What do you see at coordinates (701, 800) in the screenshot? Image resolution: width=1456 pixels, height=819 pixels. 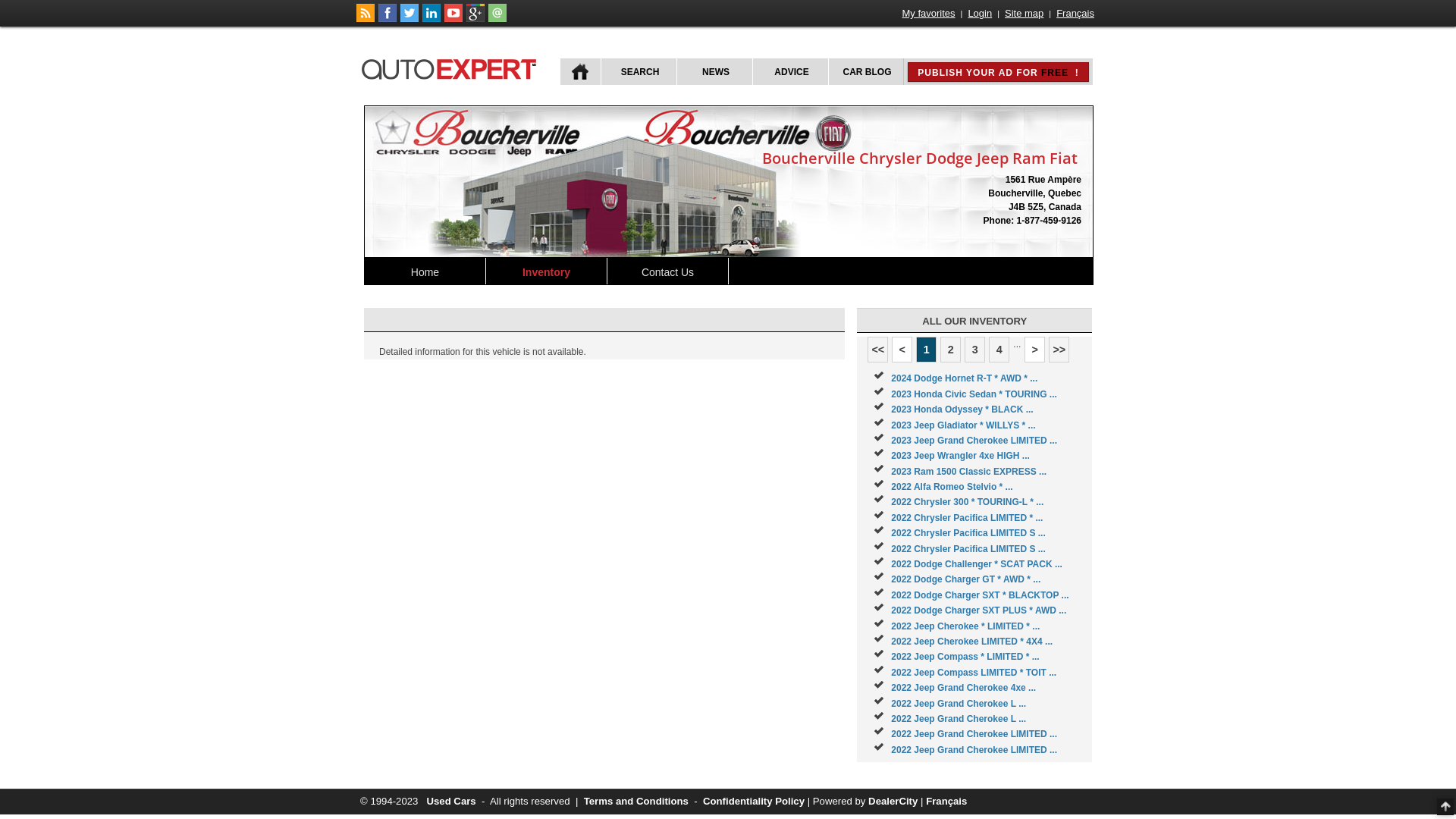 I see `'Confidentiality Policy'` at bounding box center [701, 800].